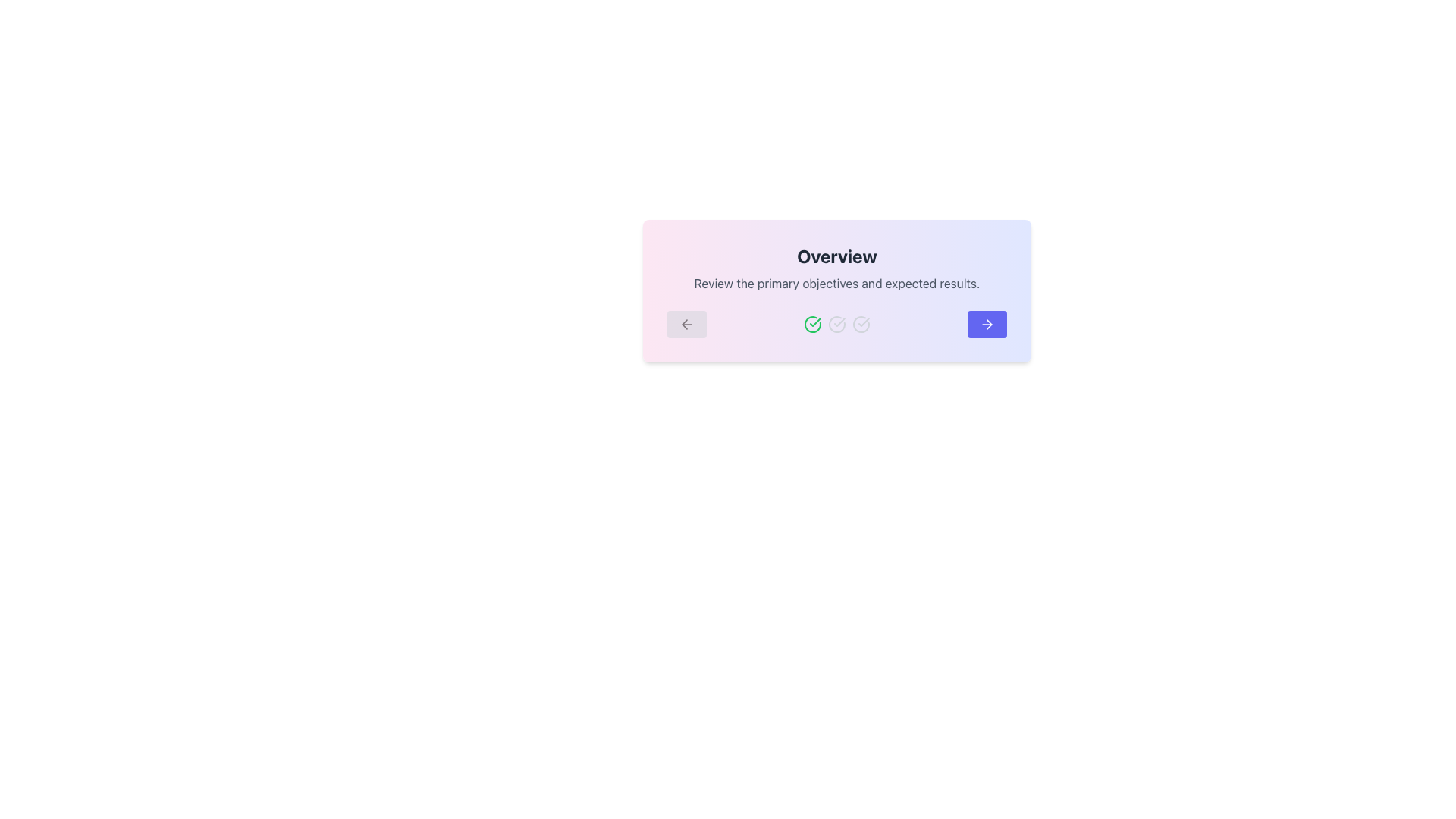 This screenshot has height=819, width=1456. I want to click on the semi-transparent gray button with rounded corners and a leftward arrow icon, located at the far-left side of the layout, so click(686, 324).